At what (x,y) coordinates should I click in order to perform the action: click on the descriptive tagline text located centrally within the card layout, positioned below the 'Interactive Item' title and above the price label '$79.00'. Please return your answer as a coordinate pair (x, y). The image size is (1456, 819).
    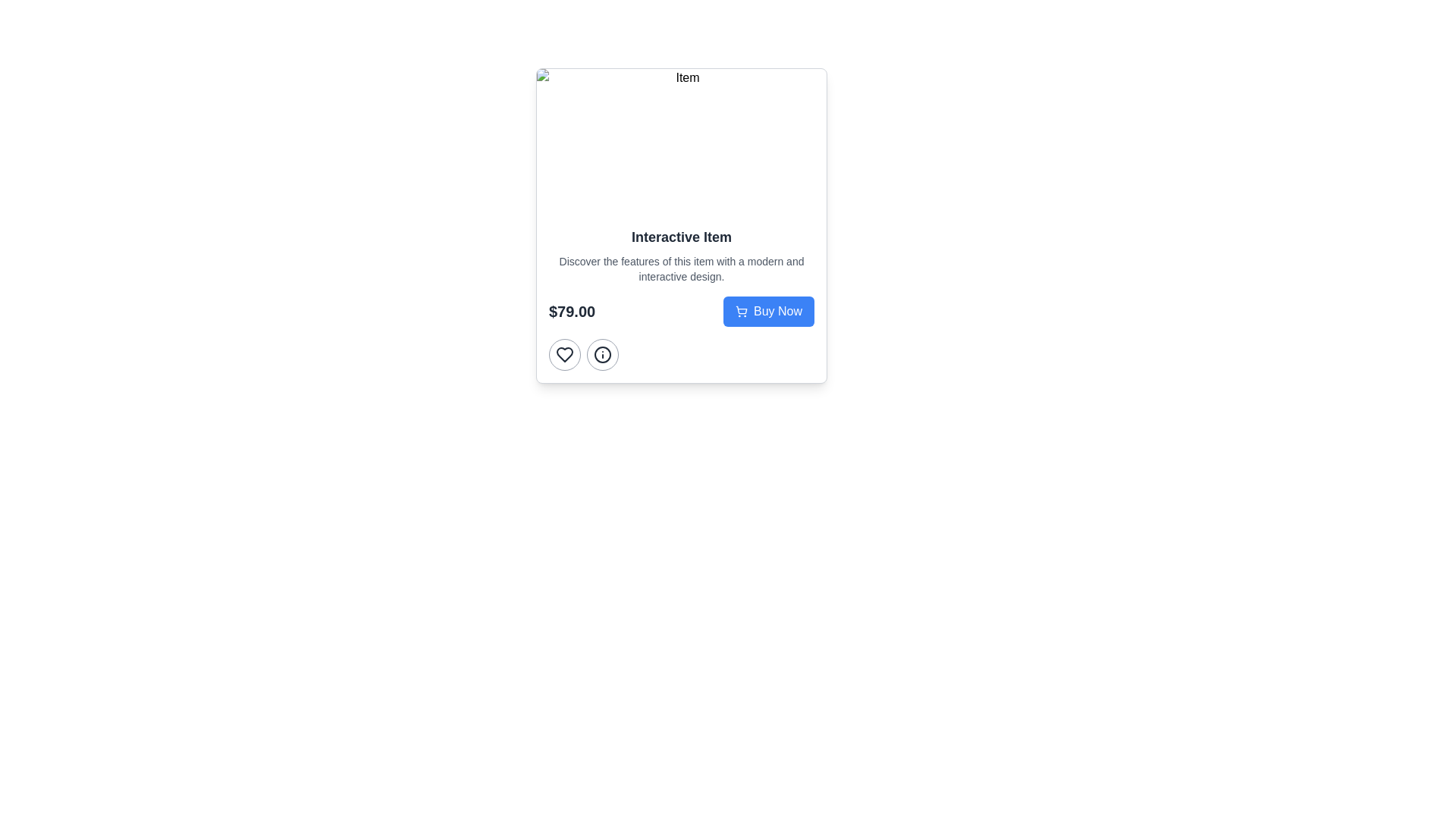
    Looking at the image, I should click on (680, 268).